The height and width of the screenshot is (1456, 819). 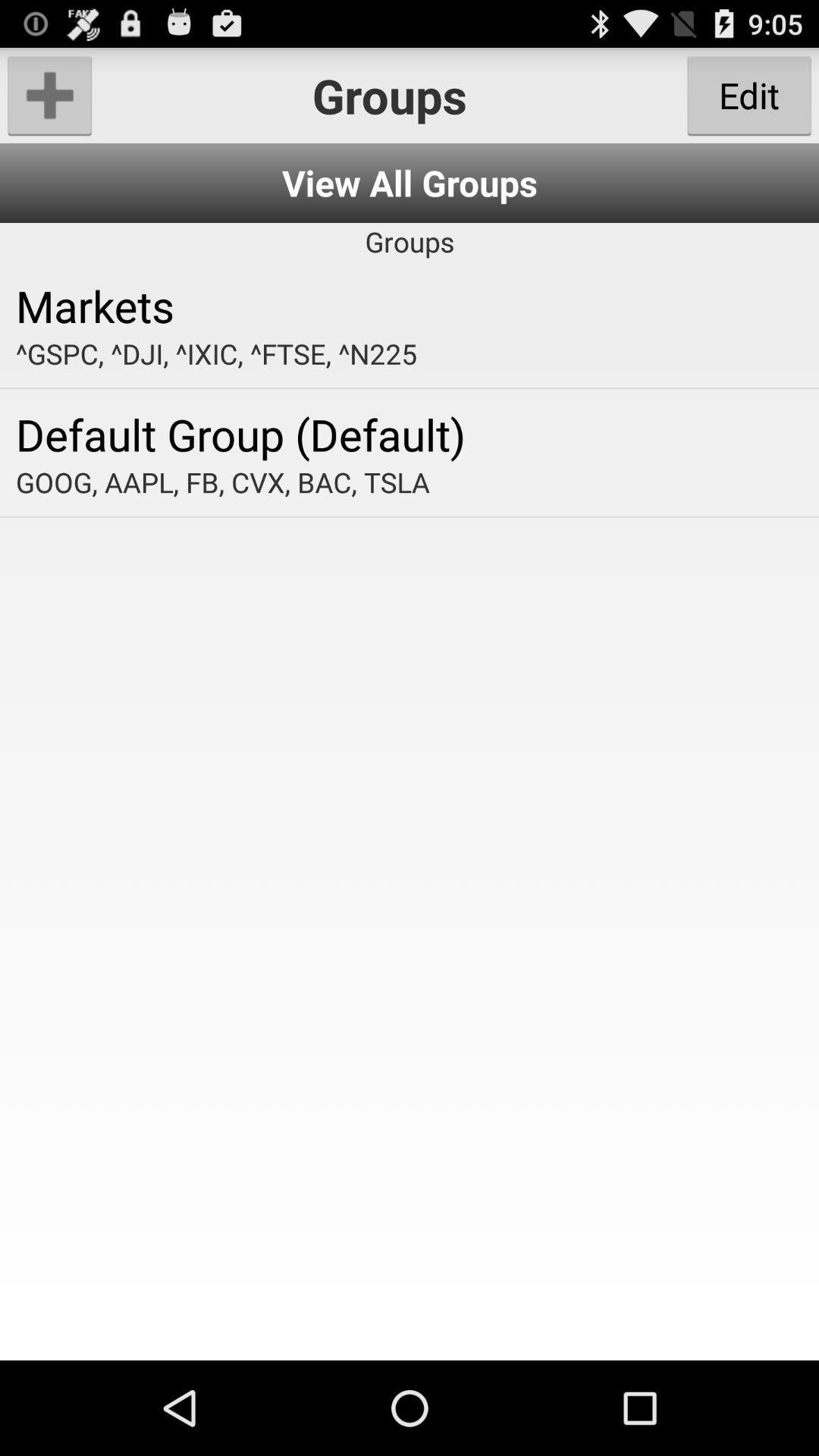 I want to click on the icon below the groups app, so click(x=409, y=305).